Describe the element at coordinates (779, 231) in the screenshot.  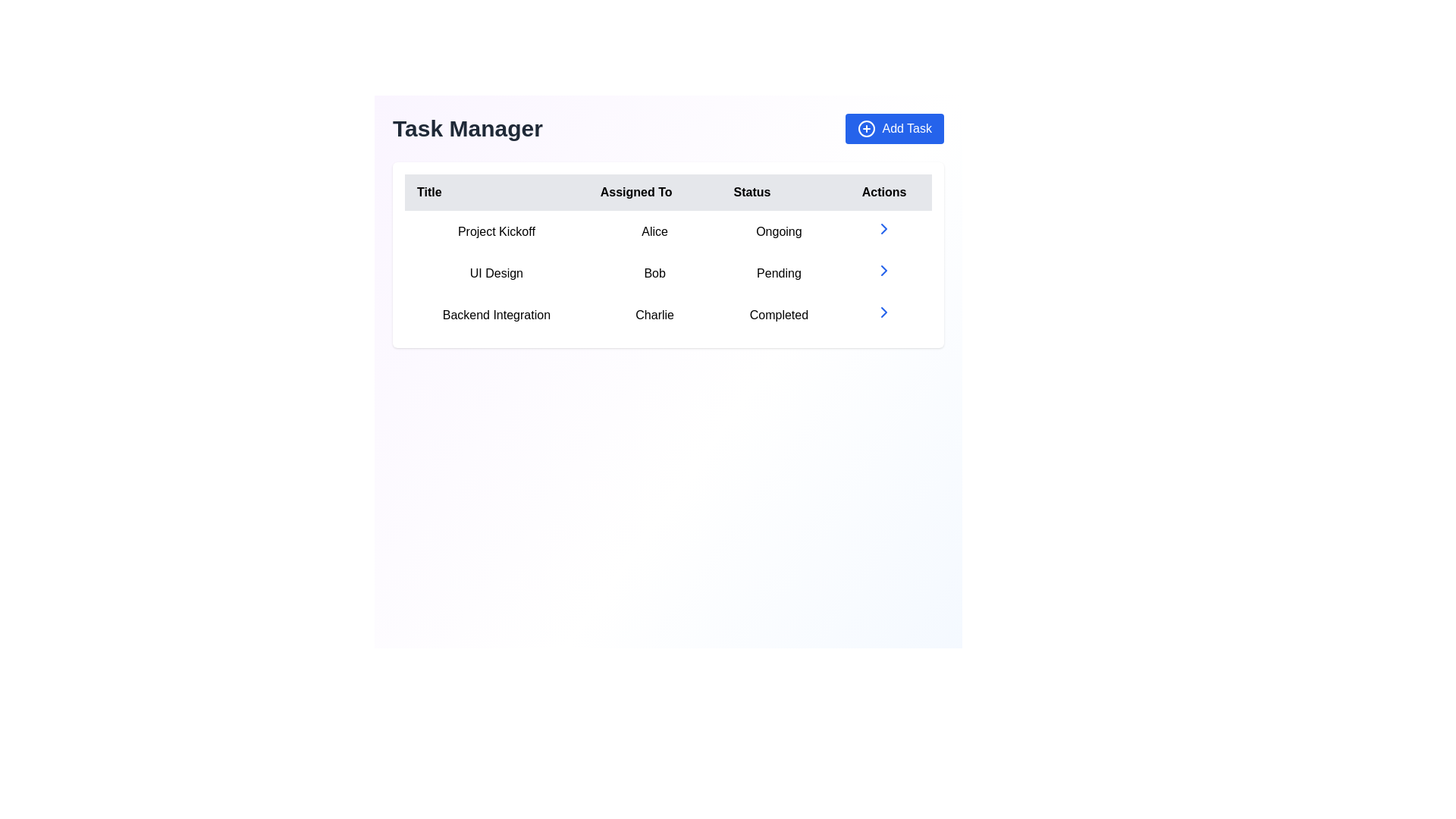
I see `the text label indicating the current status of the 'Project Kickoff' task assigned to Alice, which shows 'Ongoing'` at that location.